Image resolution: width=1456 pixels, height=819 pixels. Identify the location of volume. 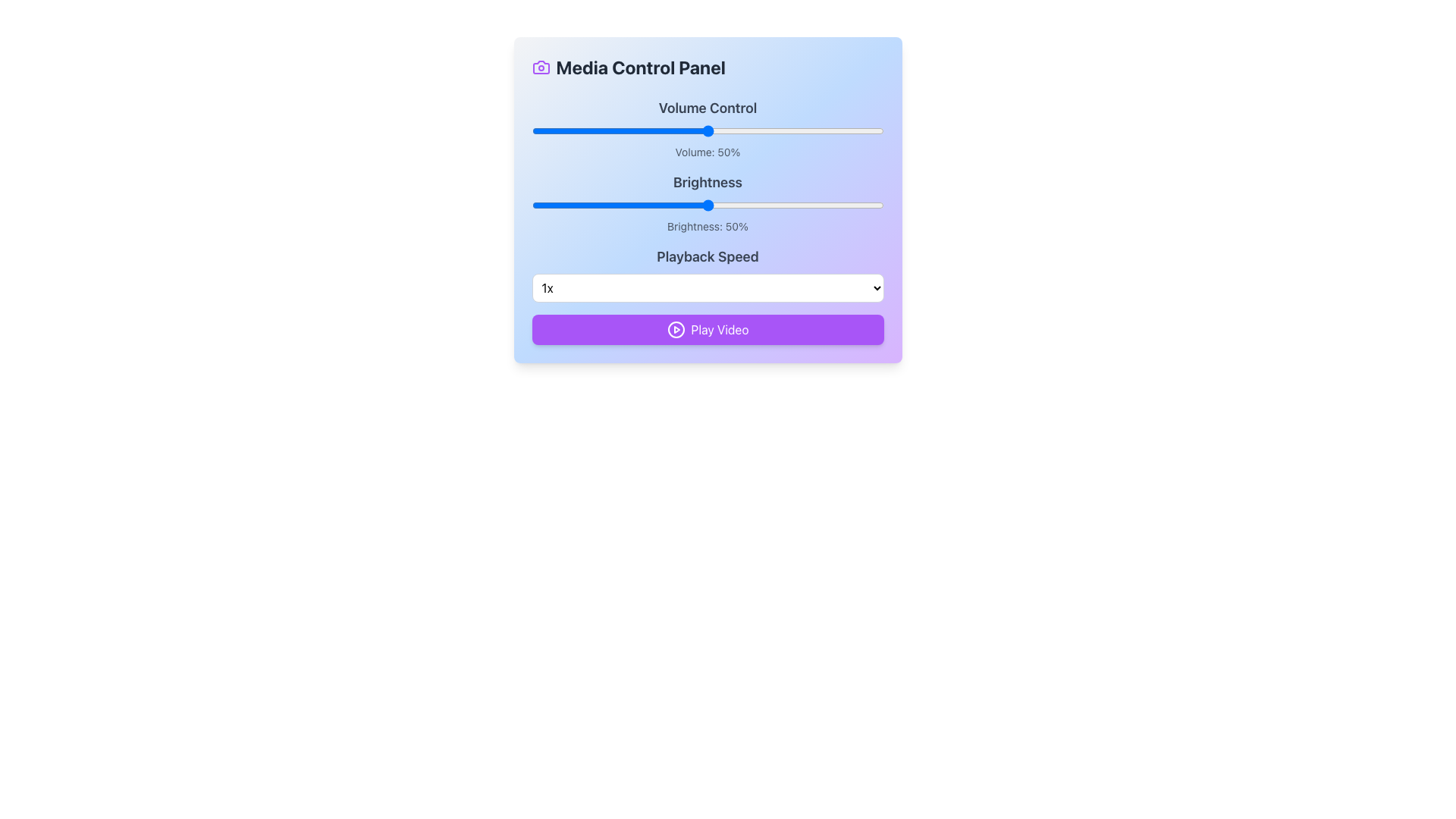
(563, 130).